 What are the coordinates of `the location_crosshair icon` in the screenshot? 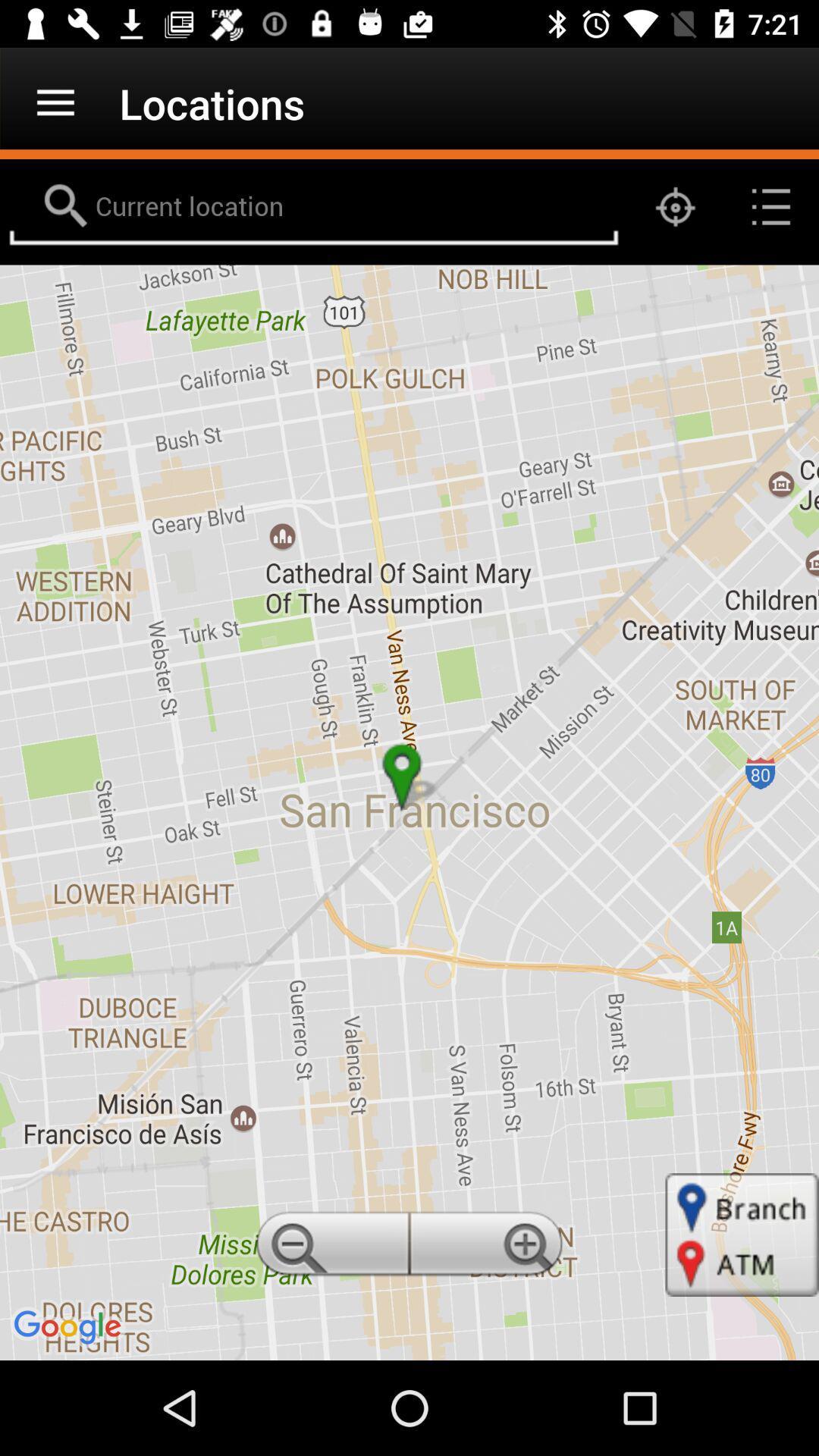 It's located at (675, 206).